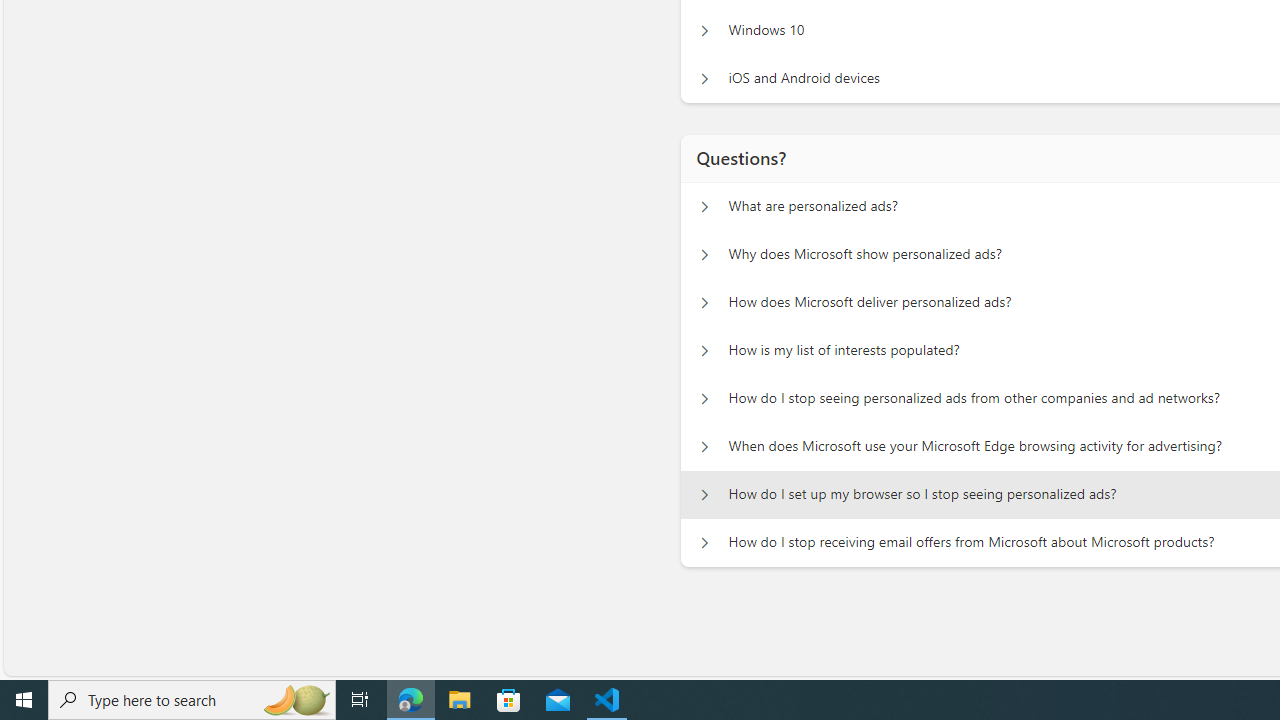 Image resolution: width=1280 pixels, height=720 pixels. What do you see at coordinates (704, 206) in the screenshot?
I see `'Questions? What are personalized ads?'` at bounding box center [704, 206].